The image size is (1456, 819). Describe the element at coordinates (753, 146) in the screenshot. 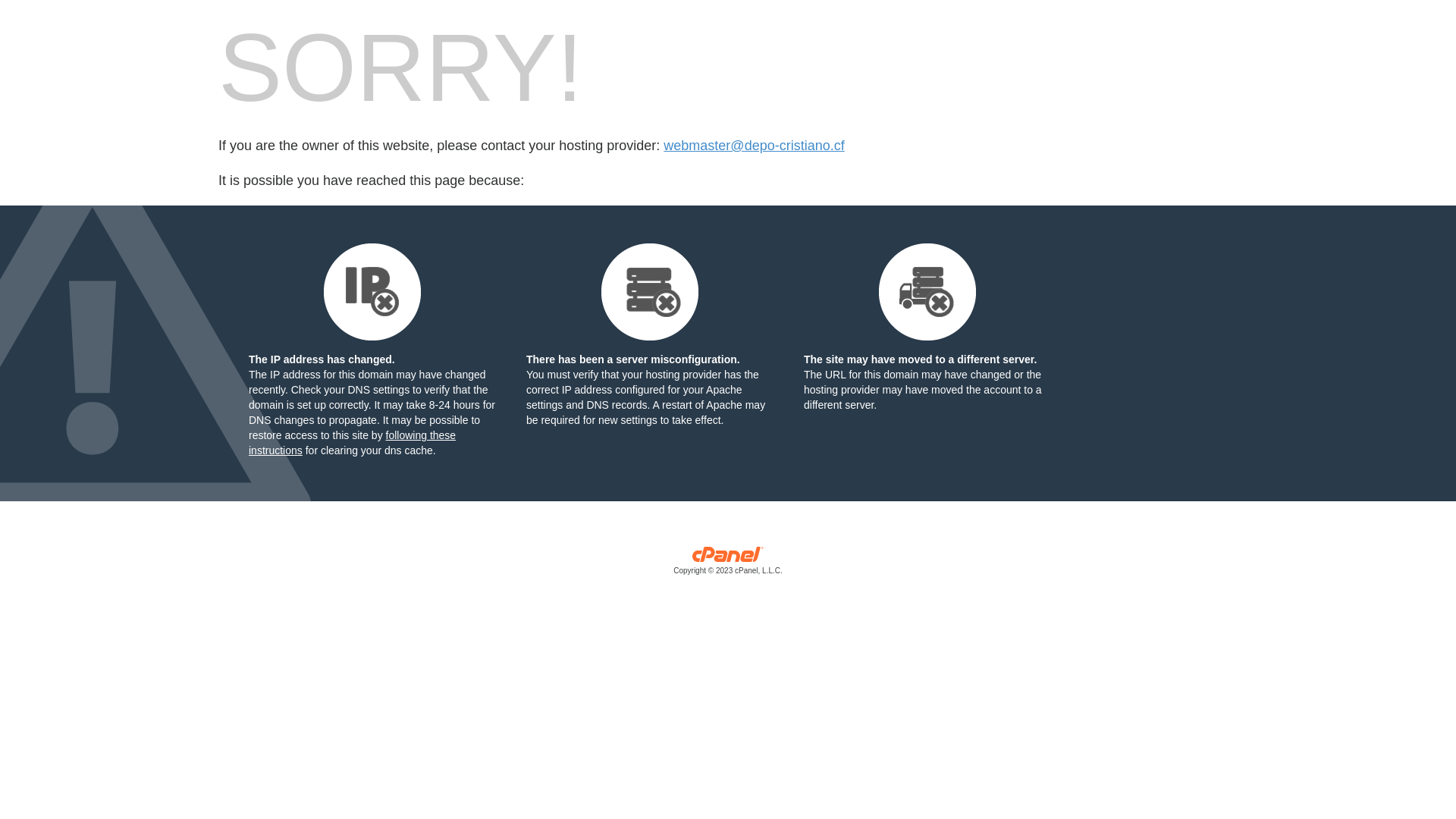

I see `'webmaster@depo-cristiano.cf'` at that location.